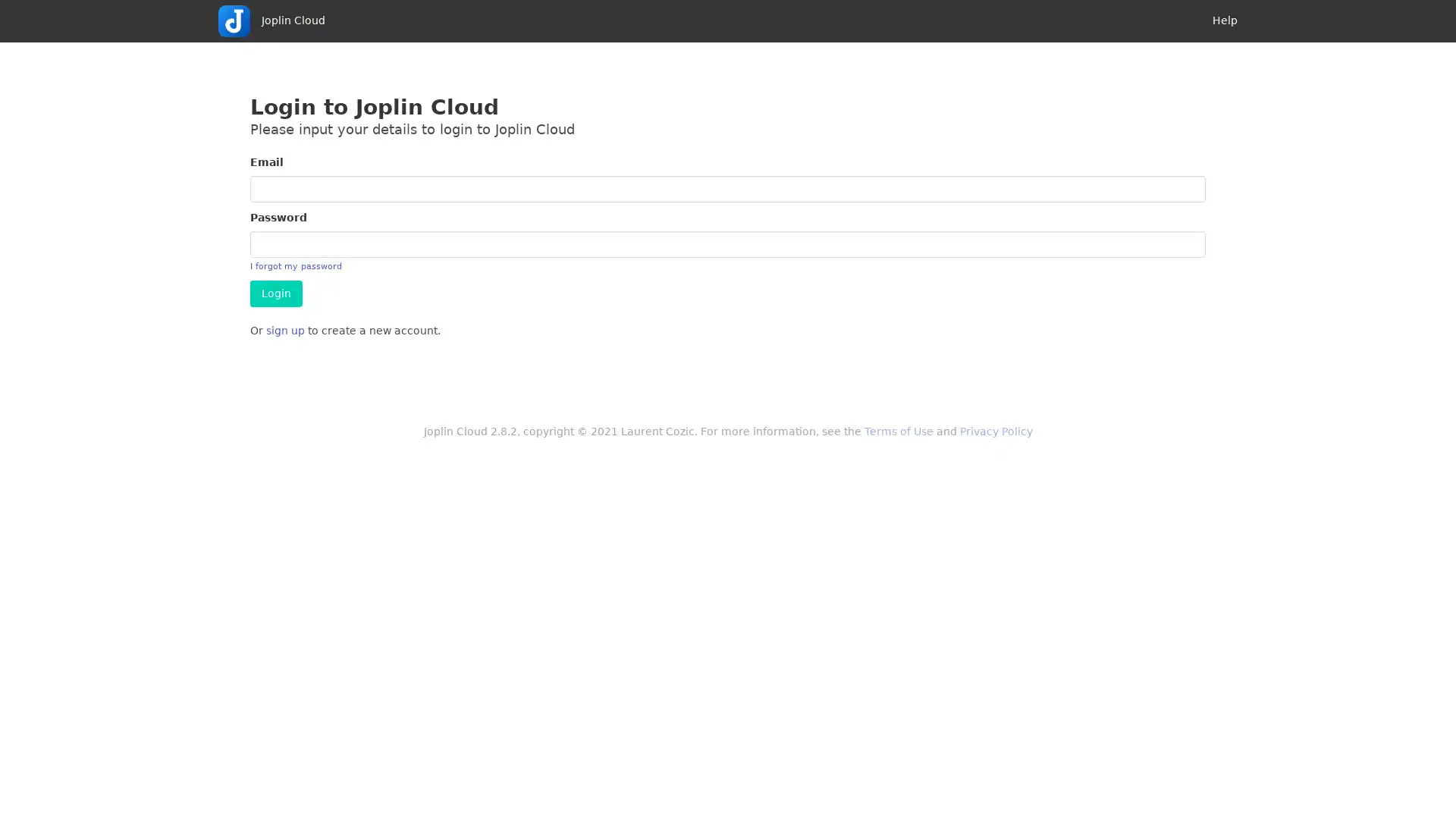 The image size is (1456, 819). Describe the element at coordinates (276, 293) in the screenshot. I see `Login` at that location.